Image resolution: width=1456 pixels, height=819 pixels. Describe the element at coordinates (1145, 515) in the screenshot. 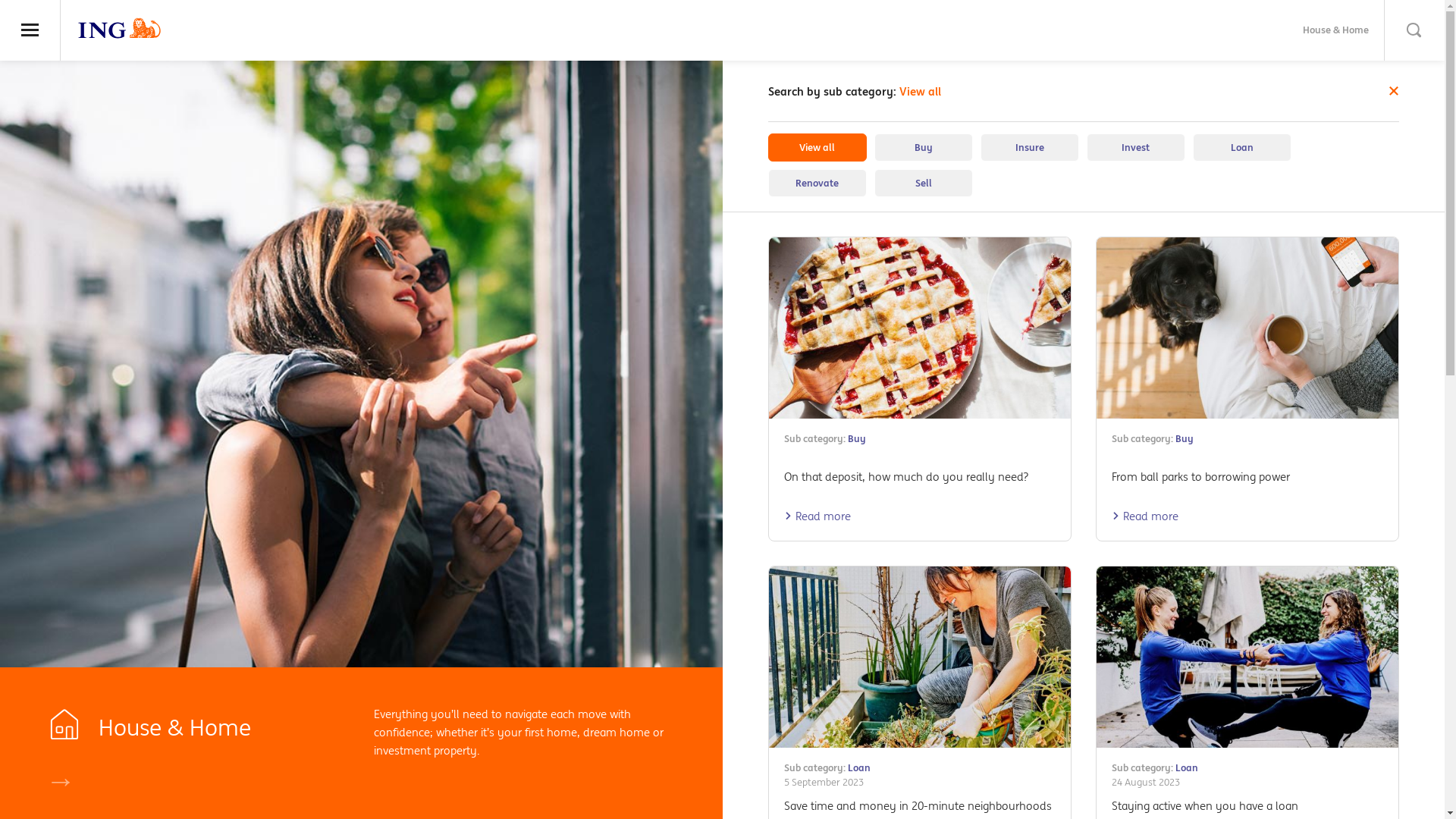

I see `'Read more'` at that location.